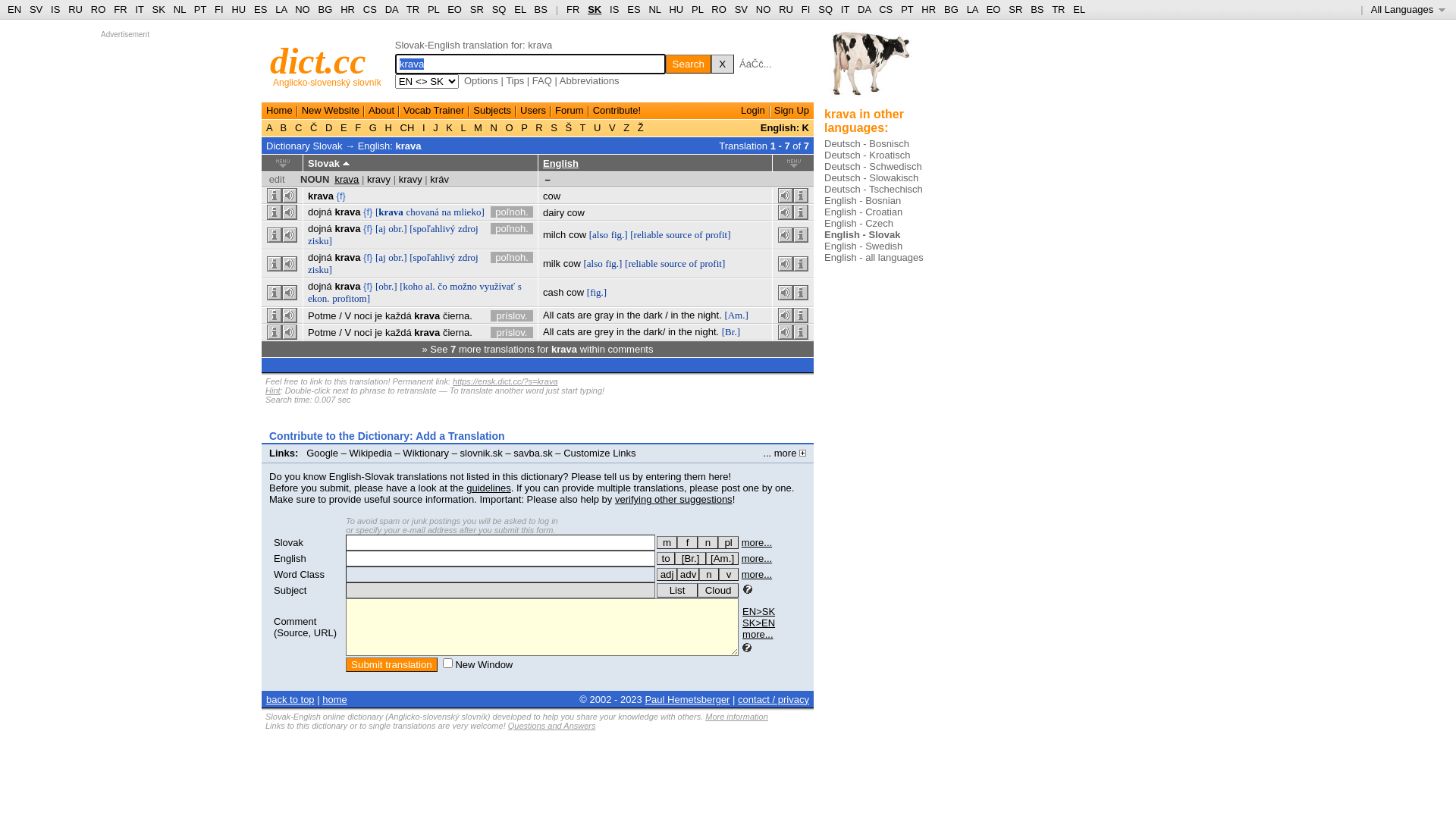 This screenshot has height=819, width=1456. What do you see at coordinates (870, 67) in the screenshot?
I see `'holstein cow  5 years old ...'` at bounding box center [870, 67].